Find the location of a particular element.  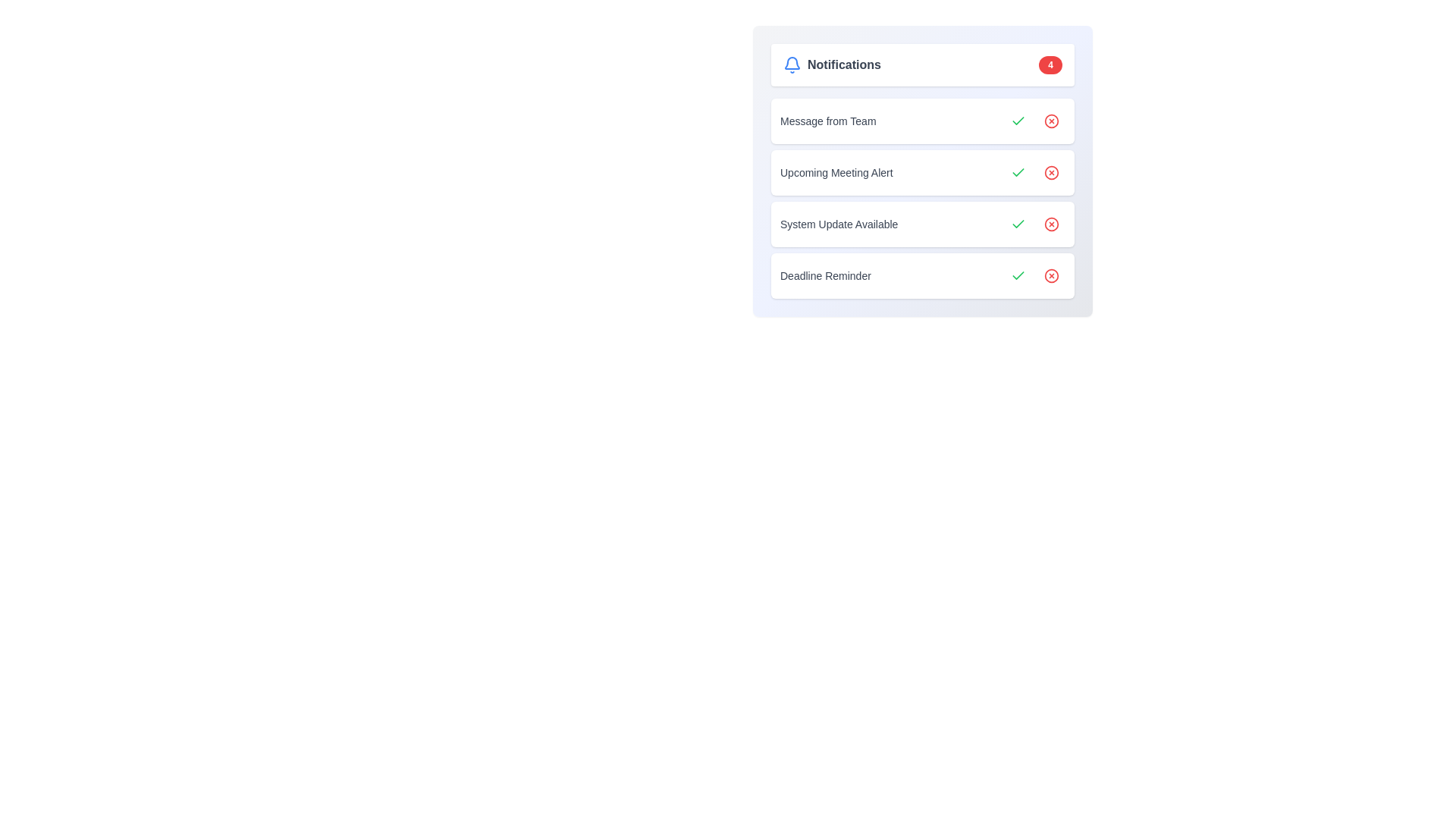

the confirmation button located to the right of the 'Message from Team' text in the first notification entry to confirm the action is located at coordinates (1018, 120).